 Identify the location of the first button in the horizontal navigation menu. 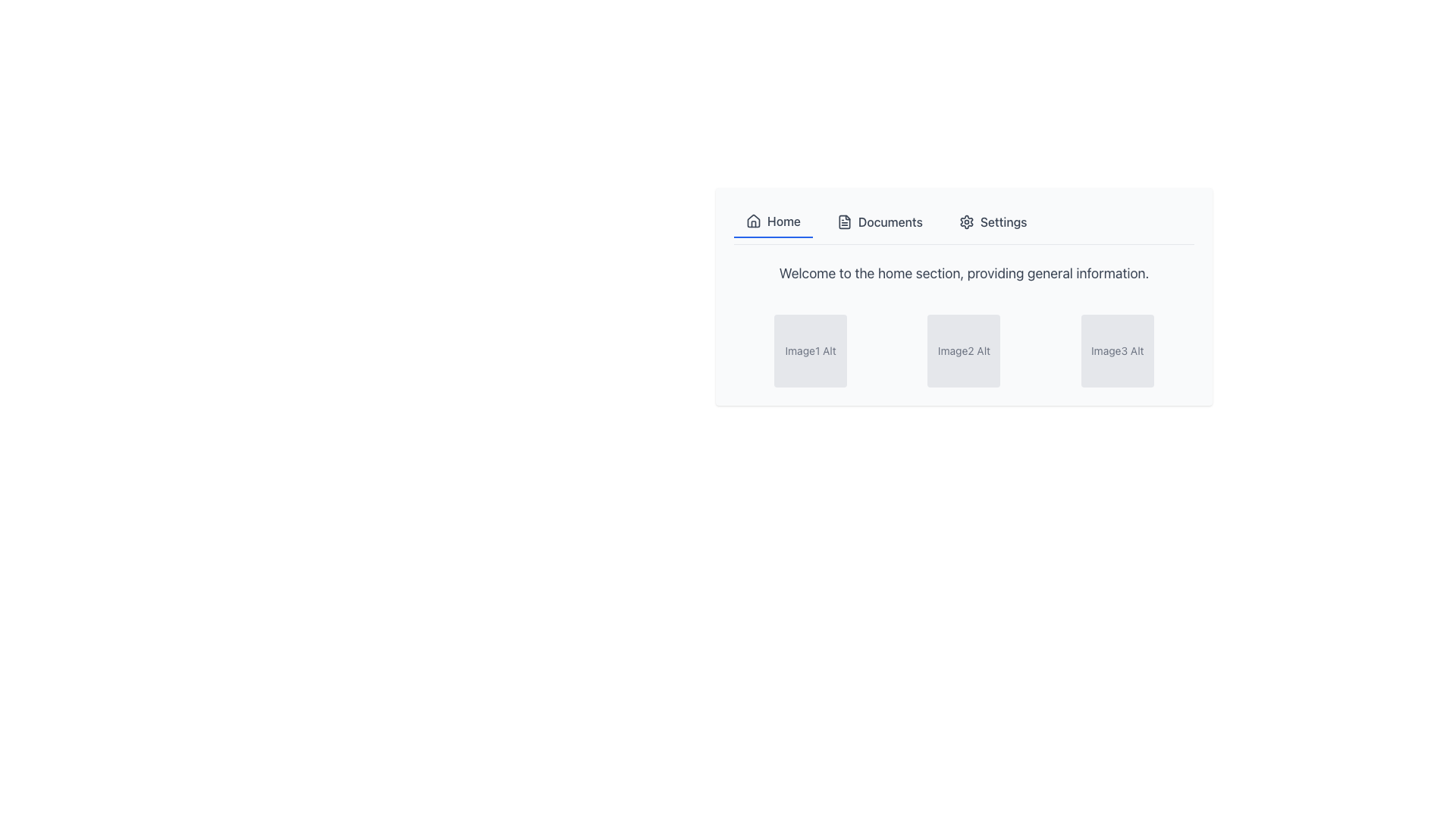
(773, 222).